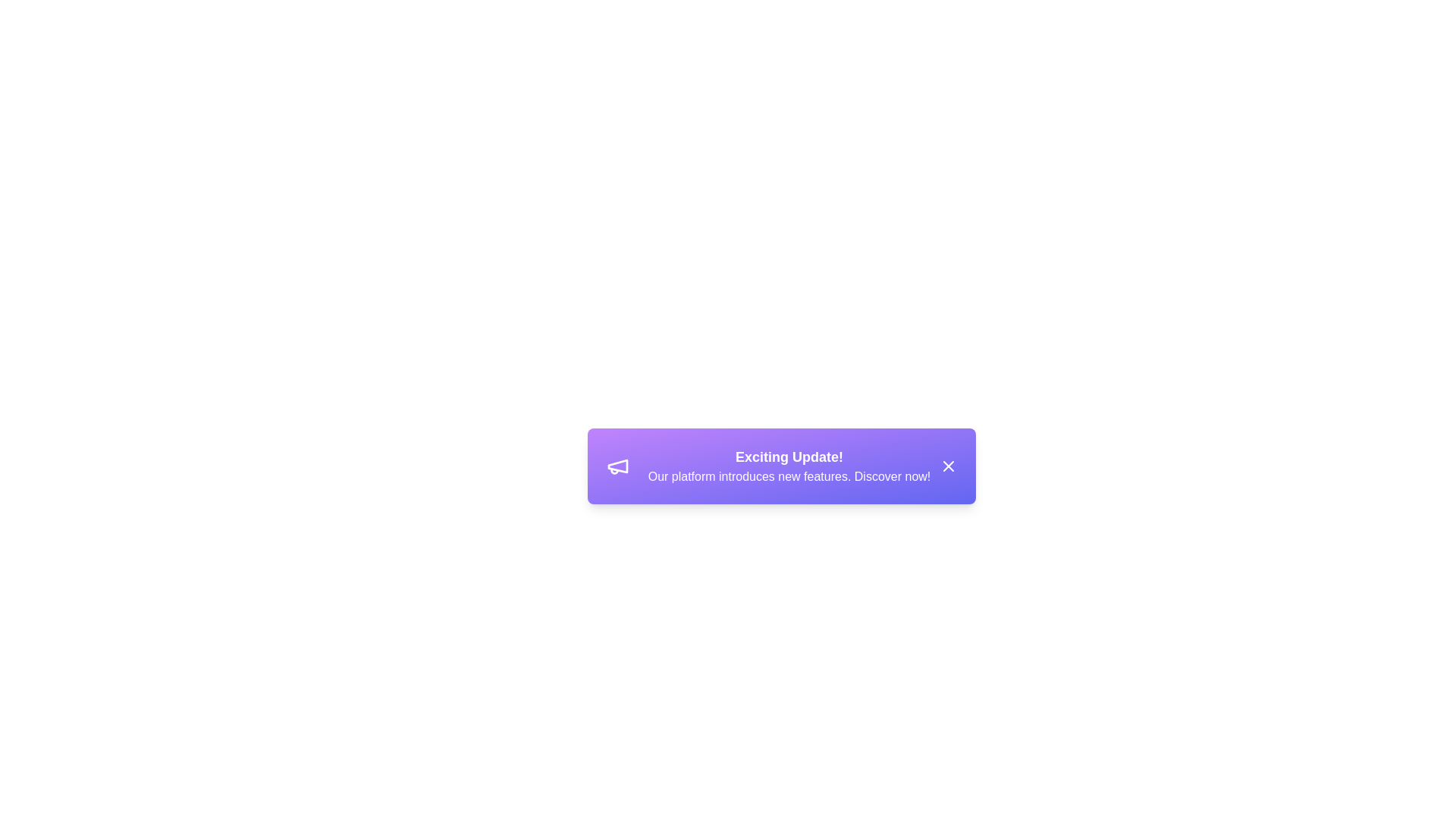  I want to click on the close button of the alert to dismiss it, so click(948, 465).